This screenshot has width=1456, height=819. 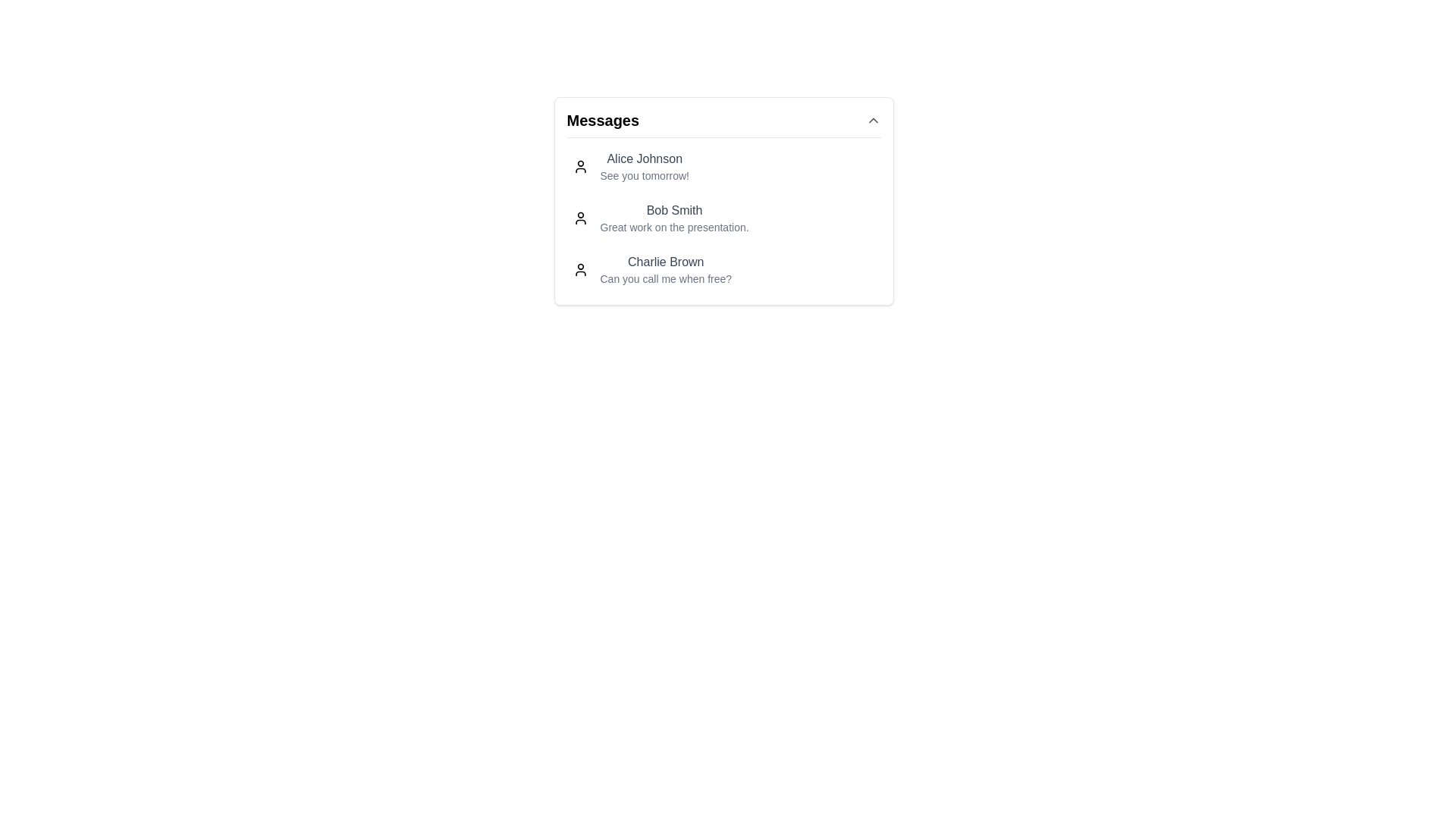 I want to click on the message entry for 'Bob Smith' in the Messages display component to interact with it, so click(x=723, y=200).